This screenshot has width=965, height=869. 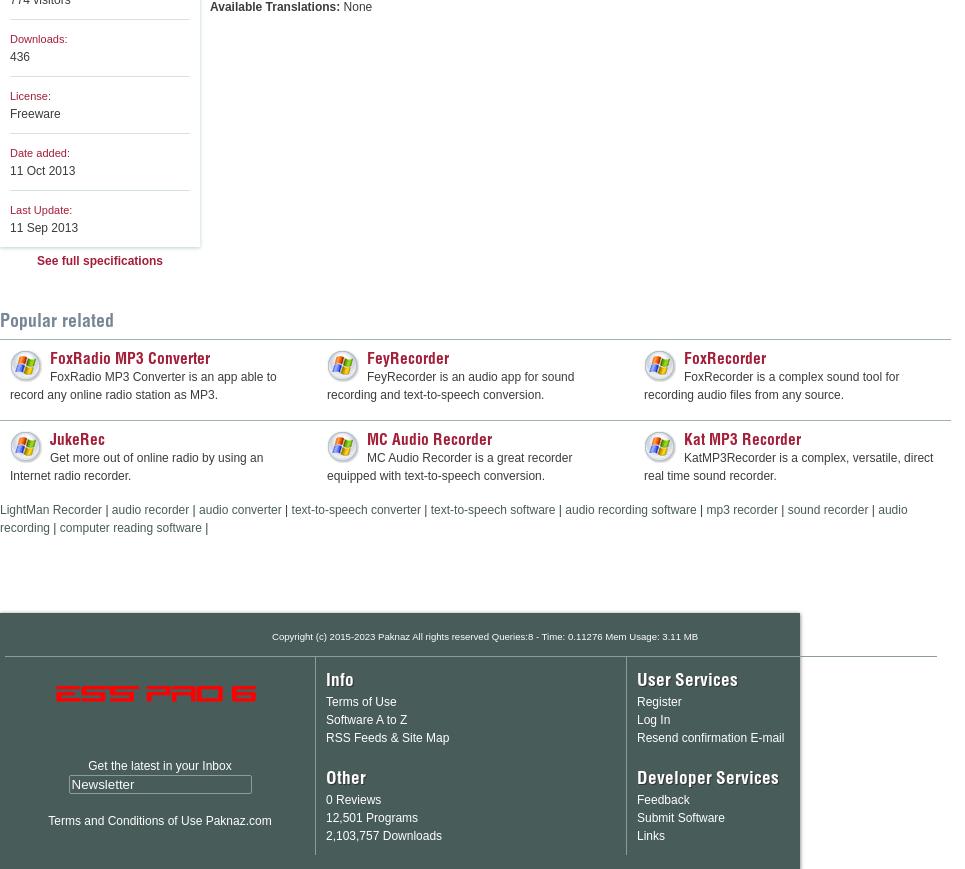 I want to click on '11 Sep 2013', so click(x=44, y=227).